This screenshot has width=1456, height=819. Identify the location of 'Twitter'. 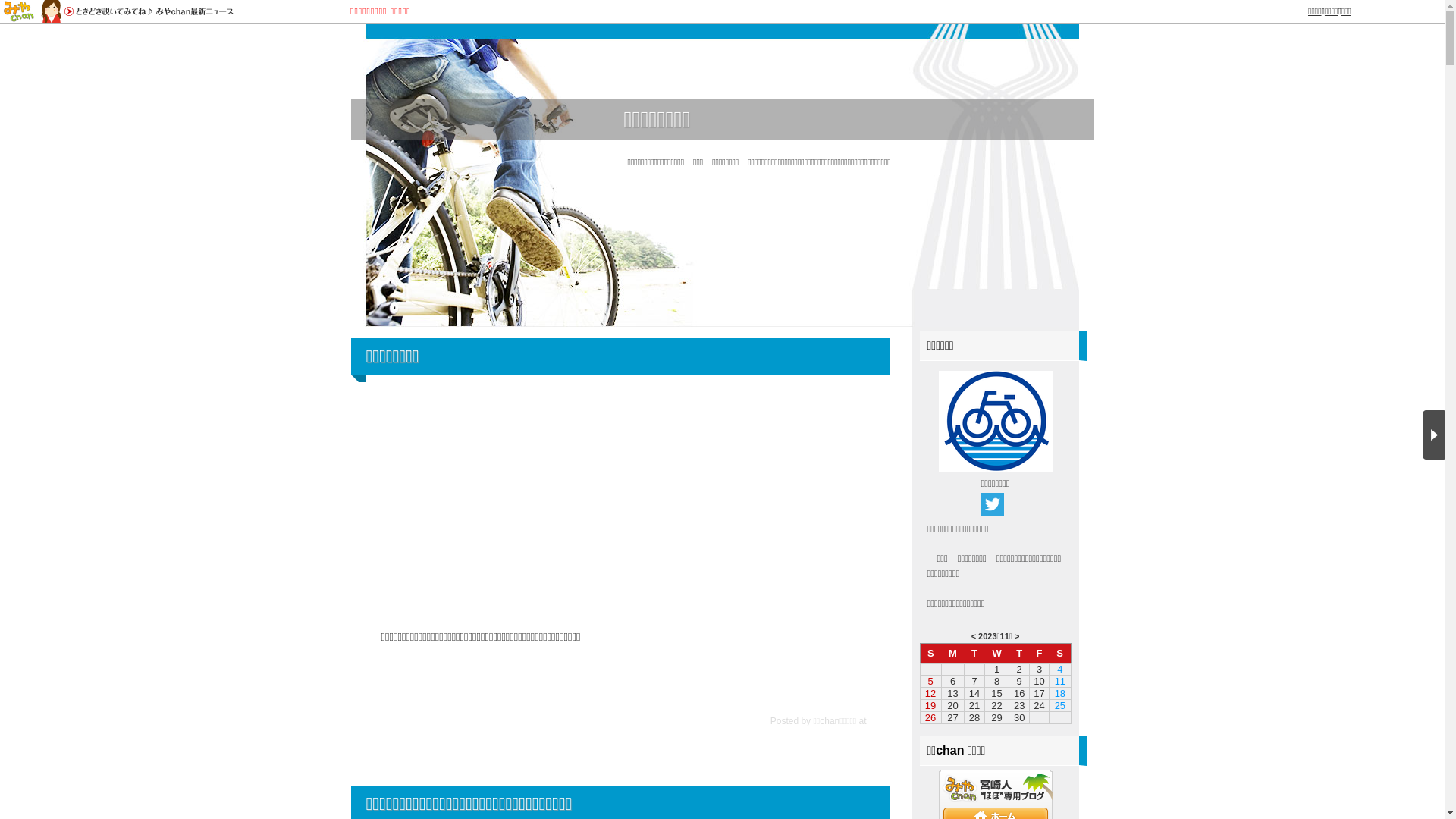
(993, 504).